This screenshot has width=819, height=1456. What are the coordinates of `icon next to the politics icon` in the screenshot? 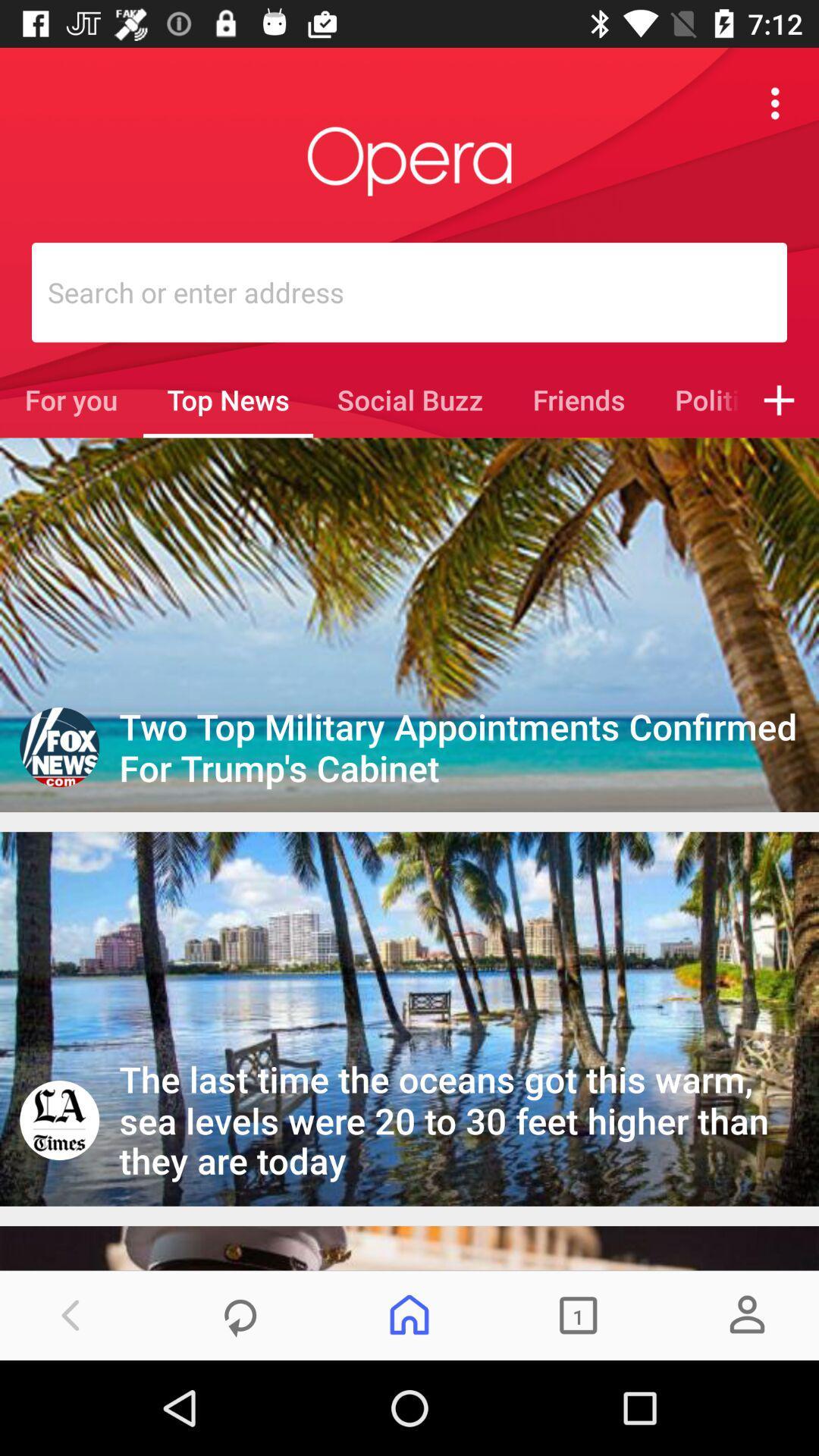 It's located at (779, 400).